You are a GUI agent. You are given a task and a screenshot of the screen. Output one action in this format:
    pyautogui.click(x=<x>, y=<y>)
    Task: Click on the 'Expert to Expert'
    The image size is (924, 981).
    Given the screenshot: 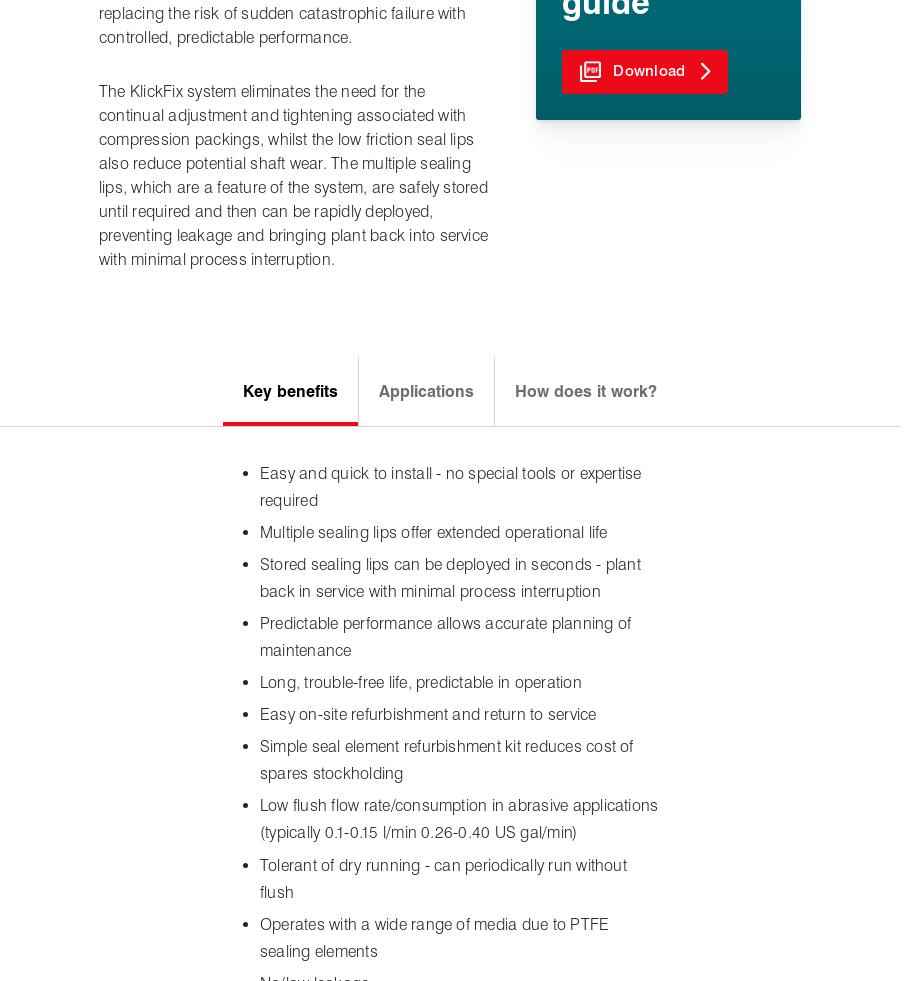 What is the action you would take?
    pyautogui.click(x=449, y=396)
    